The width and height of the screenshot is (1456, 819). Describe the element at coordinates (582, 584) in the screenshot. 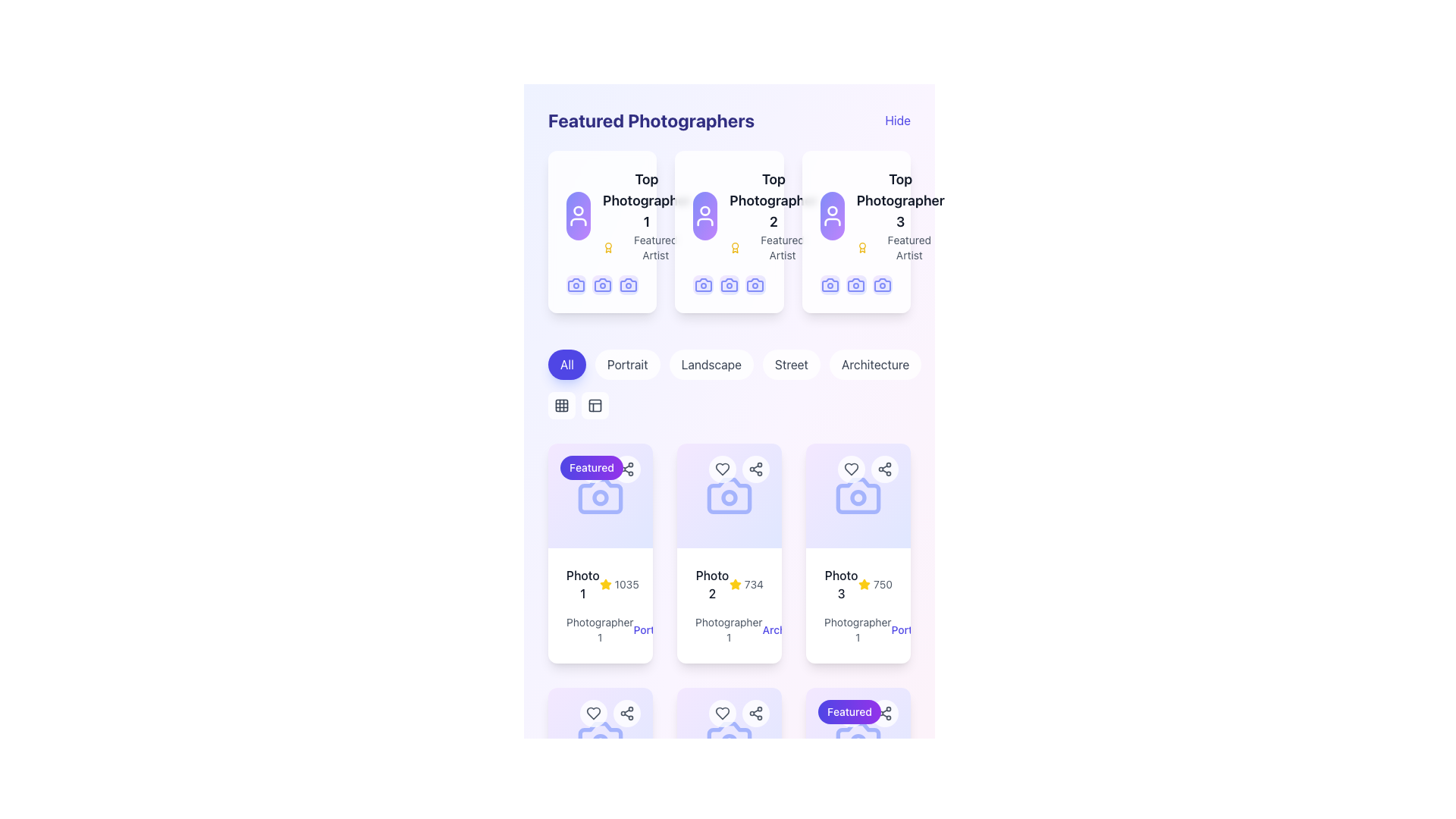

I see `text content of the label displaying 'Photo 1', which is prominently situated at the top of a card-like layout element` at that location.